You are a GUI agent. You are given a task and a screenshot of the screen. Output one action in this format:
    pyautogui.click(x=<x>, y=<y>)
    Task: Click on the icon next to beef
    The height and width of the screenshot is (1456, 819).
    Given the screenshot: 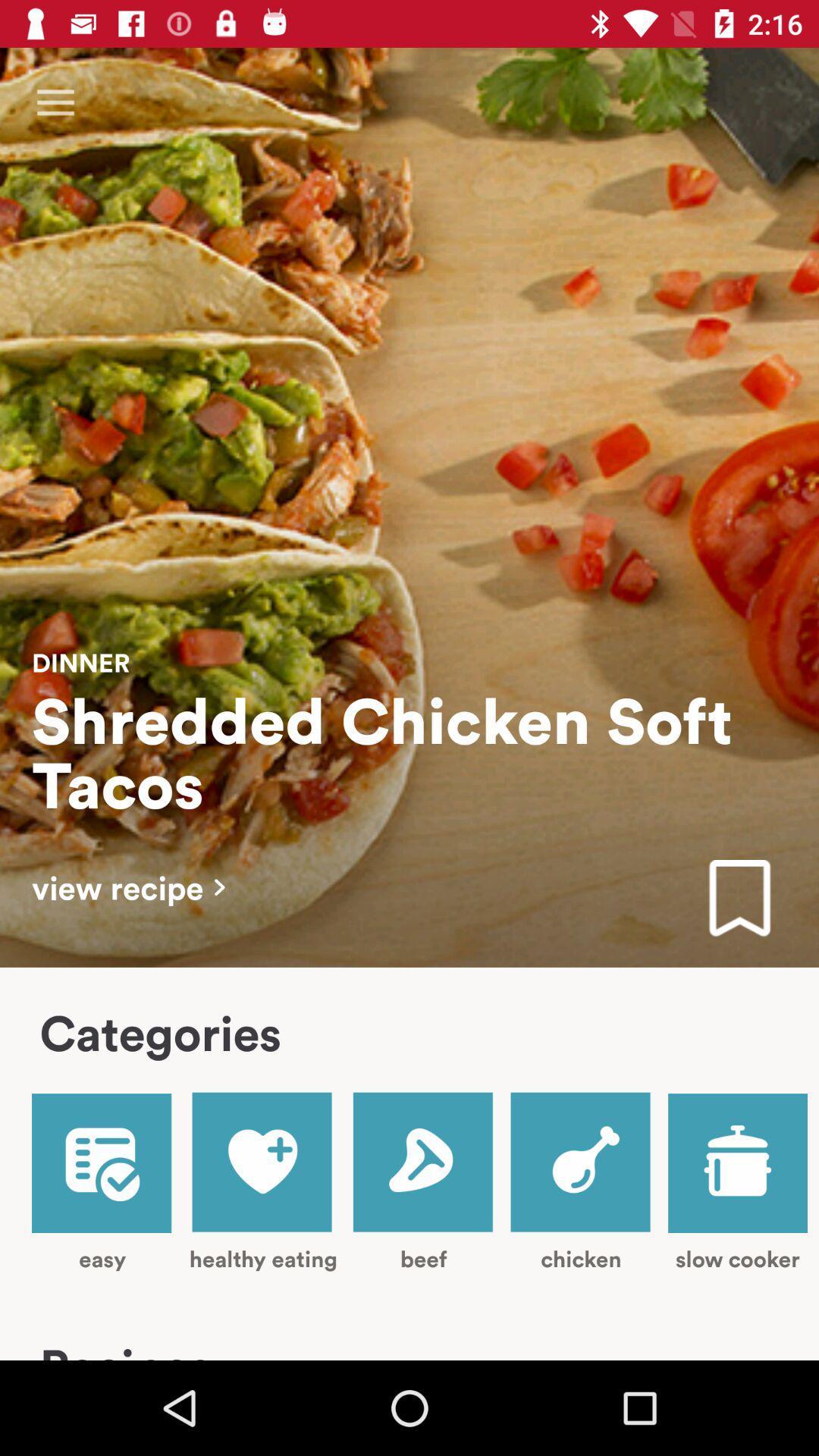 What is the action you would take?
    pyautogui.click(x=262, y=1181)
    